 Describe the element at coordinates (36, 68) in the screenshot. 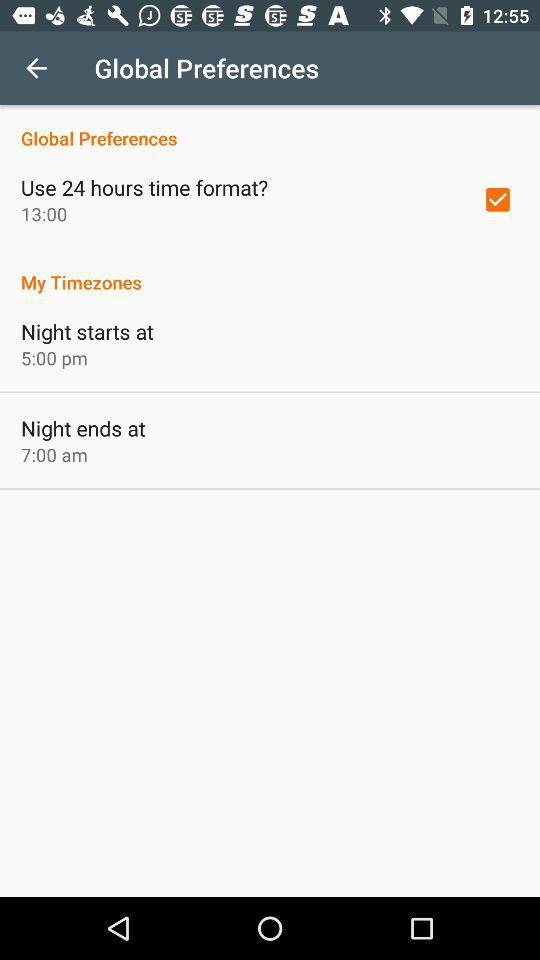

I see `the icon next to the global preferences item` at that location.